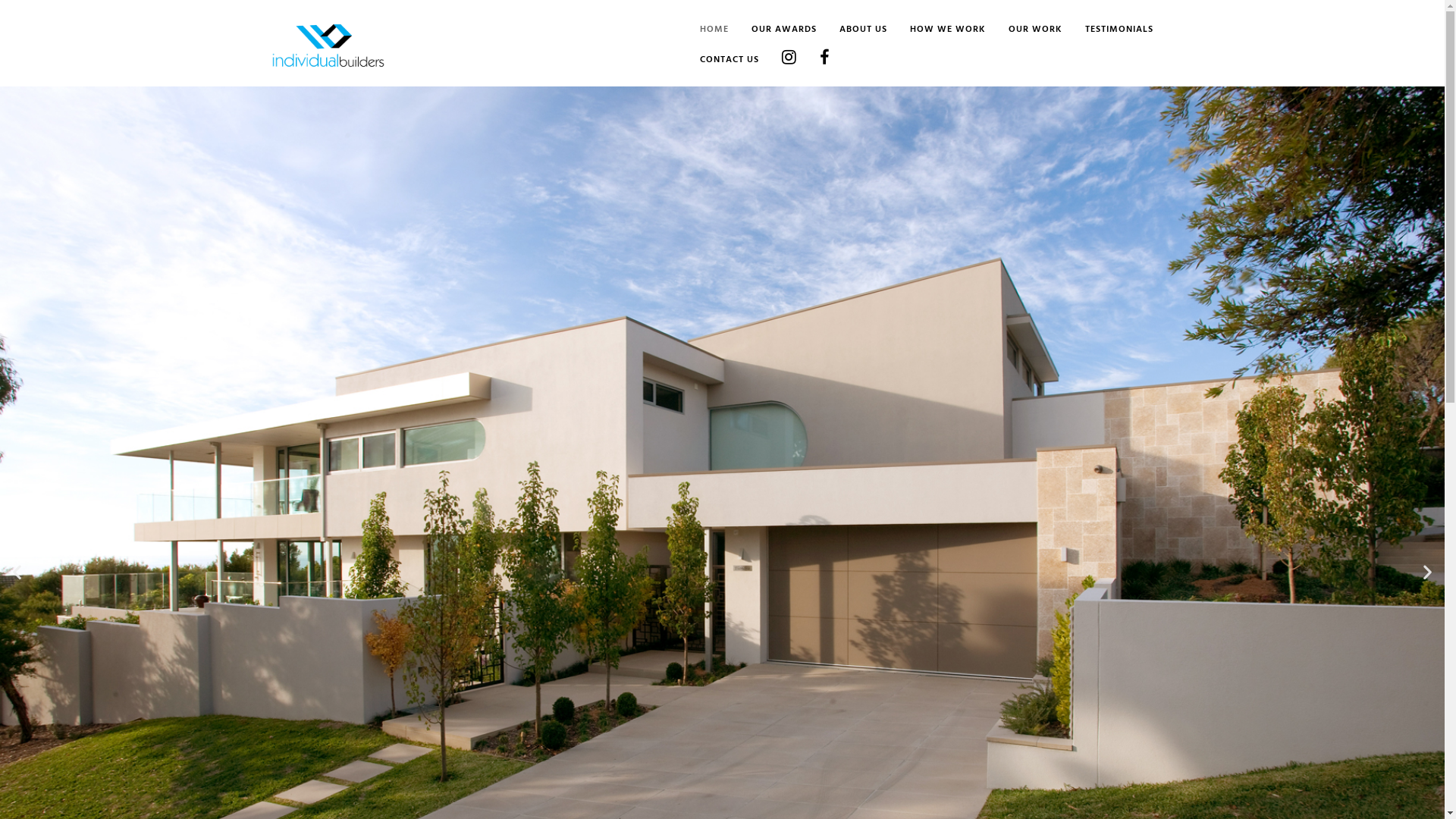  What do you see at coordinates (1024, 30) in the screenshot?
I see `'OUR WORK'` at bounding box center [1024, 30].